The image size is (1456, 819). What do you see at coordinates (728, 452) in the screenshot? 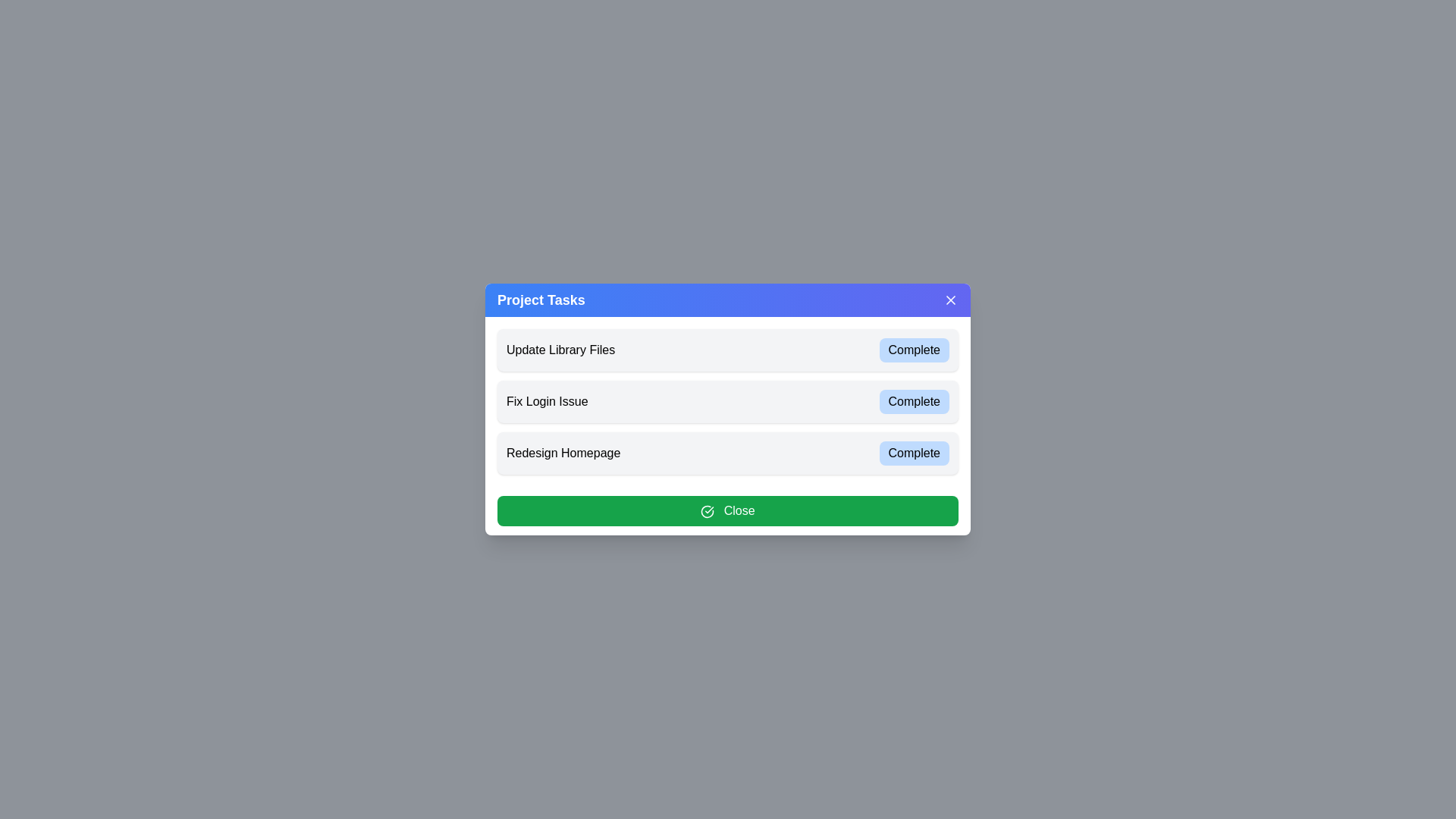
I see `the 'Complete' button of the task item labeled 'Redesign Homepage' in the 'Project Tasks' modal` at bounding box center [728, 452].